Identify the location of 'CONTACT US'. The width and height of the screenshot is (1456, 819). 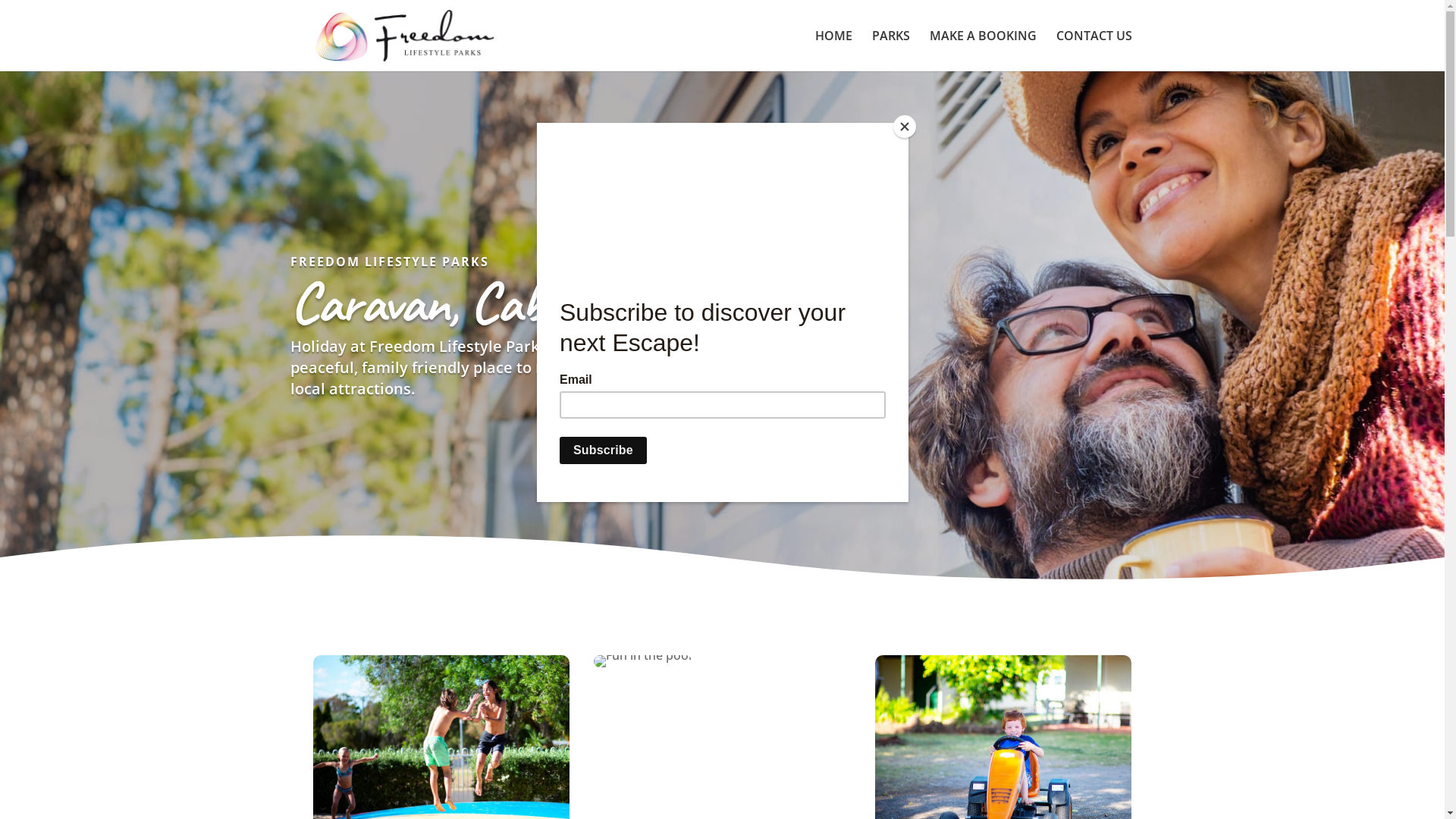
(1093, 49).